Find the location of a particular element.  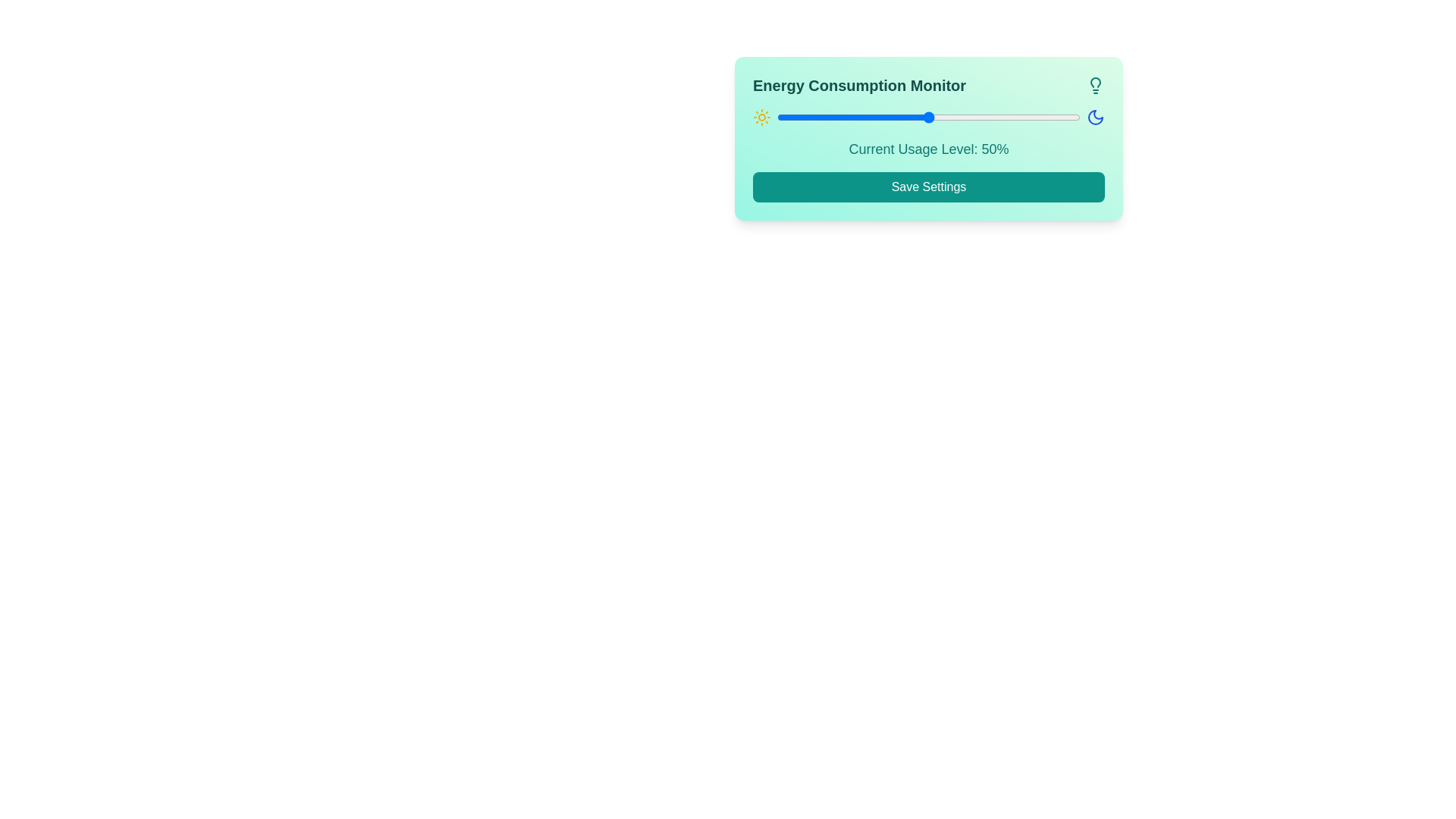

the lightbulb icon to activate its functionality is located at coordinates (1095, 85).